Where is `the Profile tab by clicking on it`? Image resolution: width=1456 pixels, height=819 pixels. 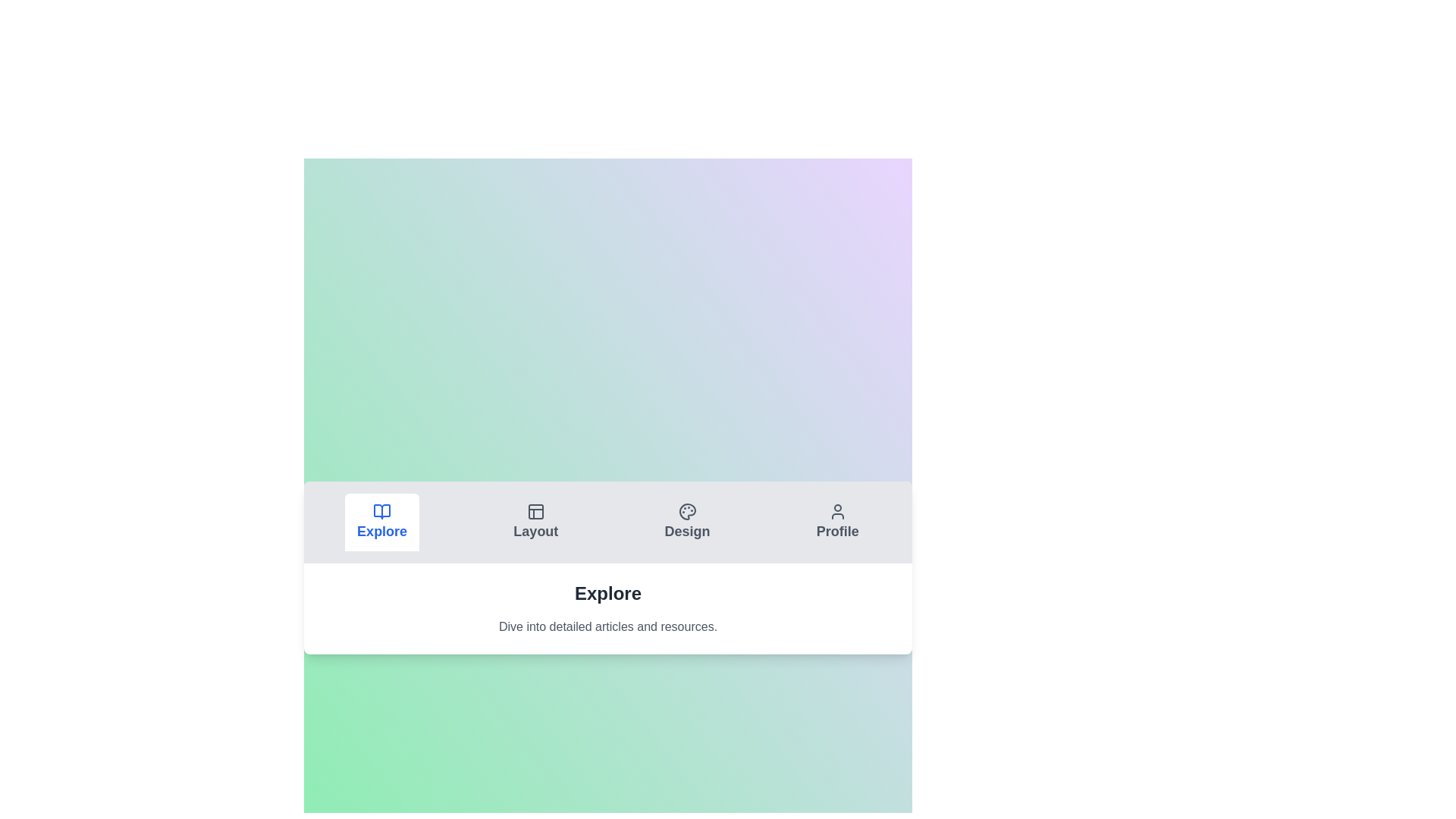 the Profile tab by clicking on it is located at coordinates (836, 522).